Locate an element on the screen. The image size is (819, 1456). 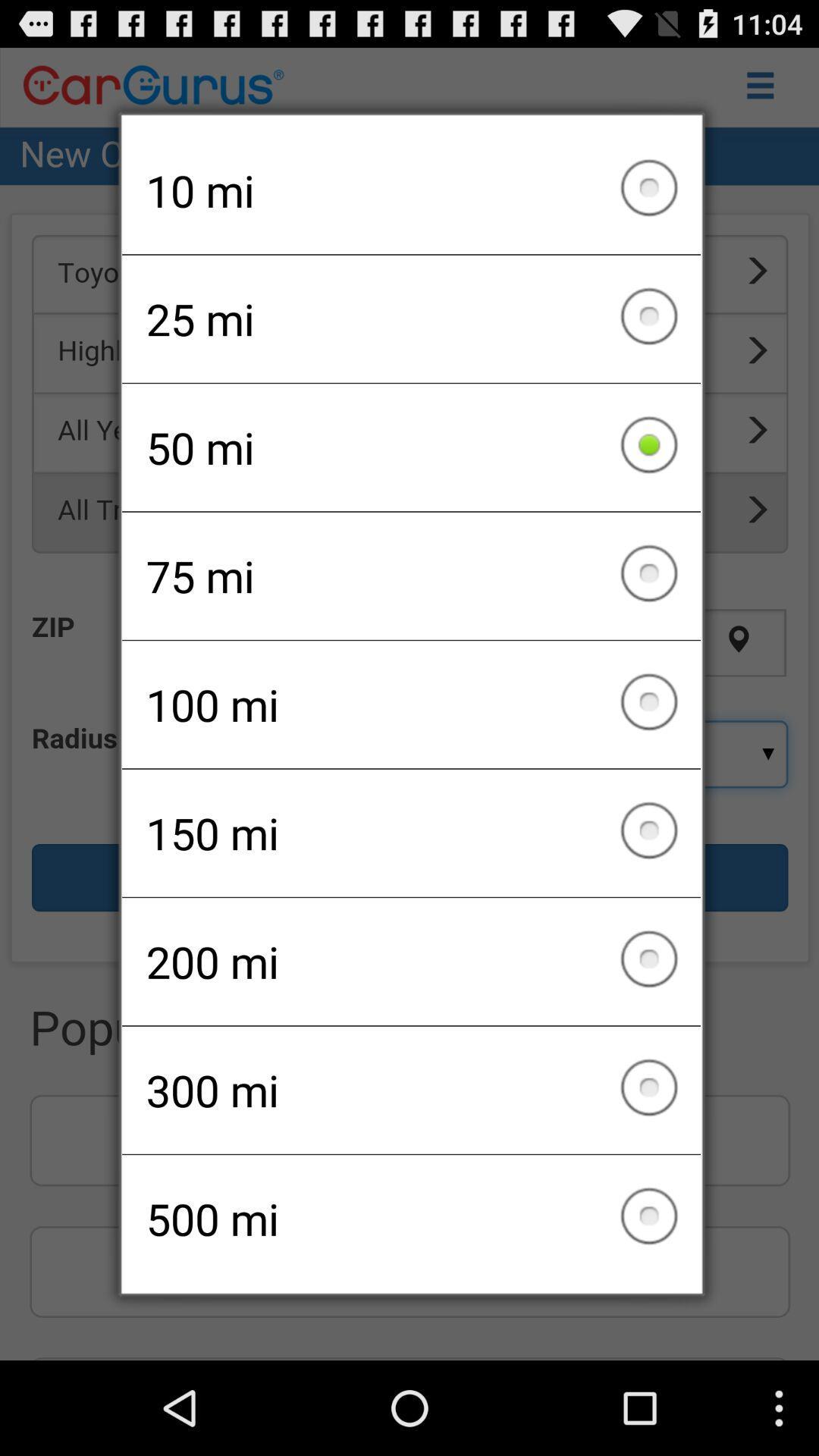
item below the 300 mi is located at coordinates (411, 1219).